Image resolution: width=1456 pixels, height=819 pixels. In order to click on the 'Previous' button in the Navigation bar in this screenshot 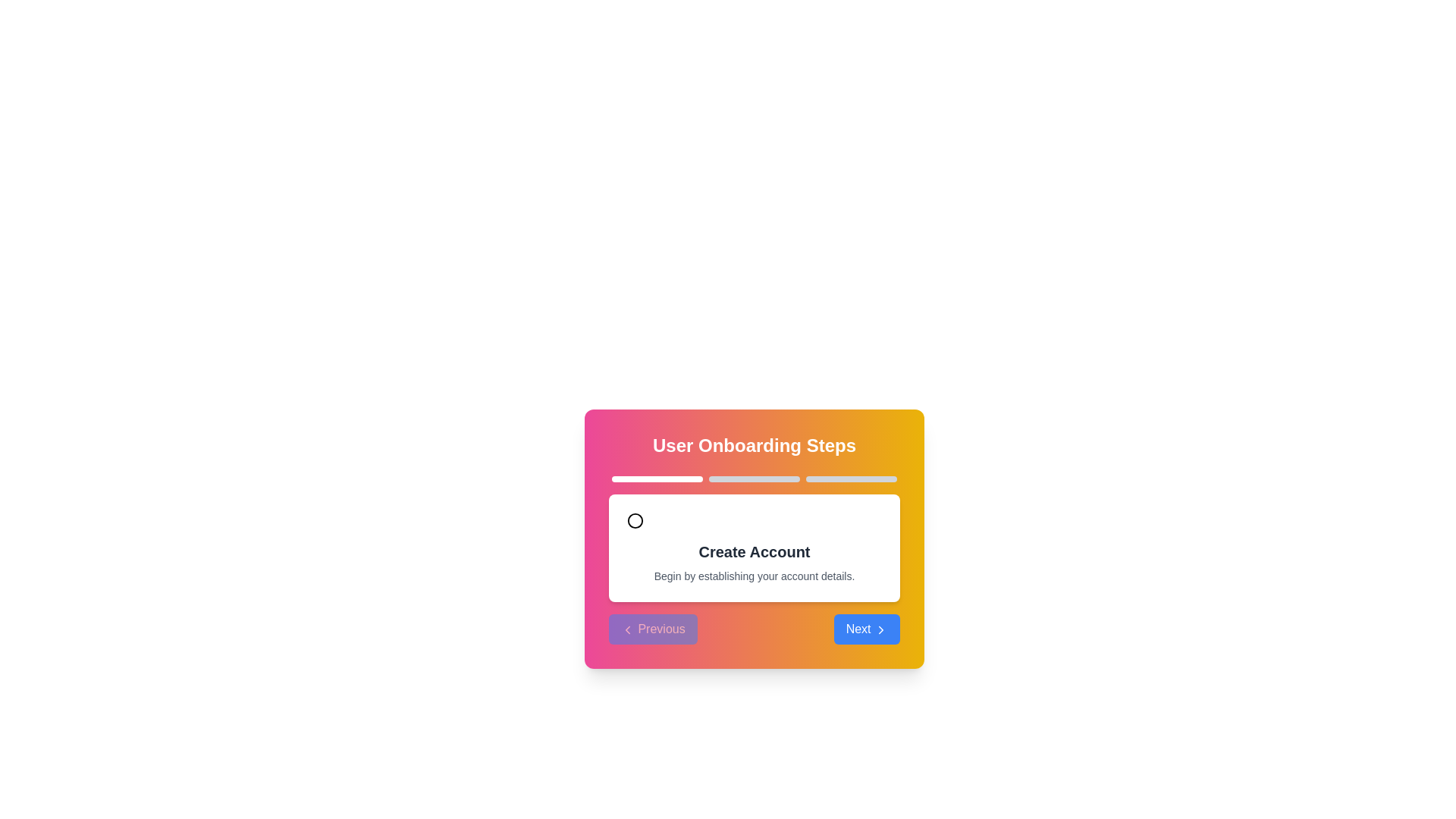, I will do `click(754, 629)`.